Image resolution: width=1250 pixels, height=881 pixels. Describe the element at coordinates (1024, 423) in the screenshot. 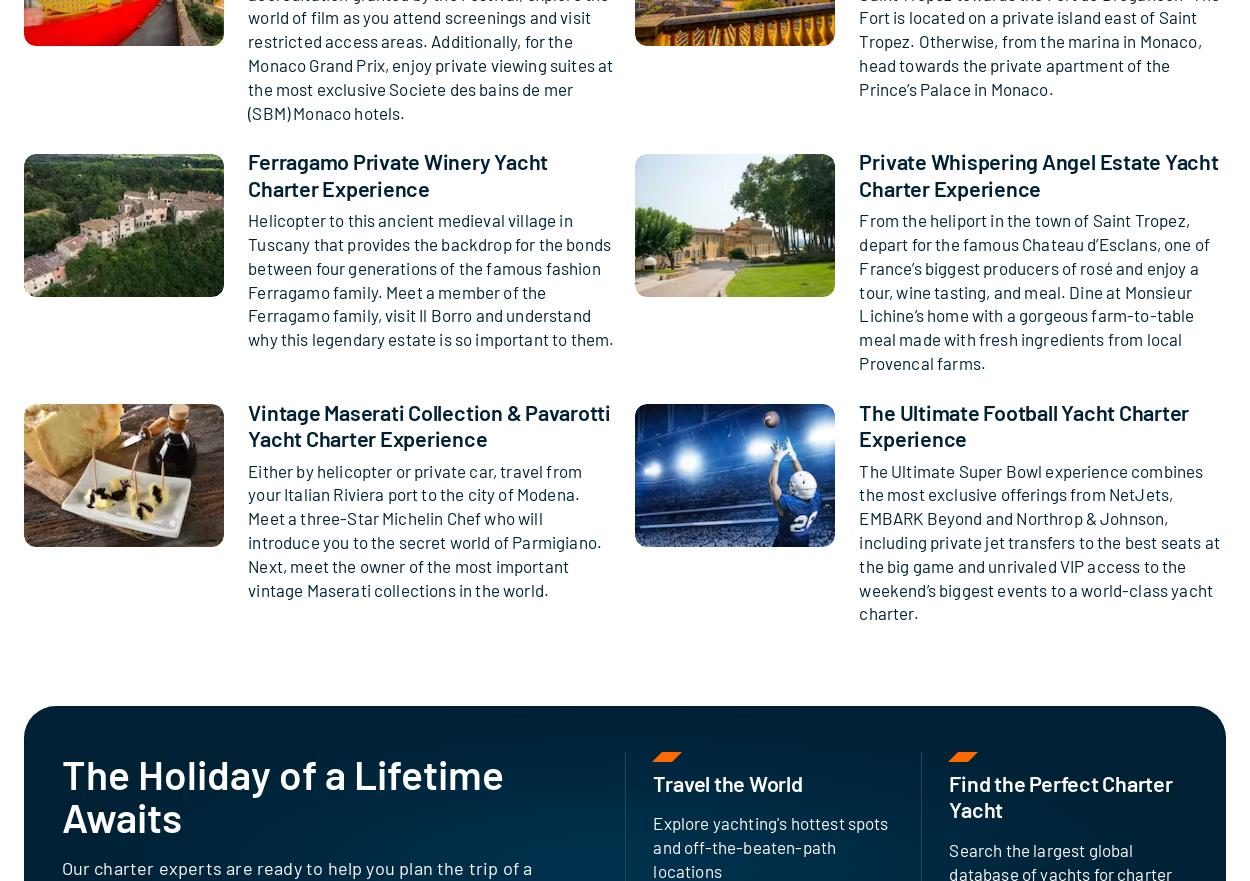

I see `'The Ultimate Football Yacht Charter Experience'` at that location.